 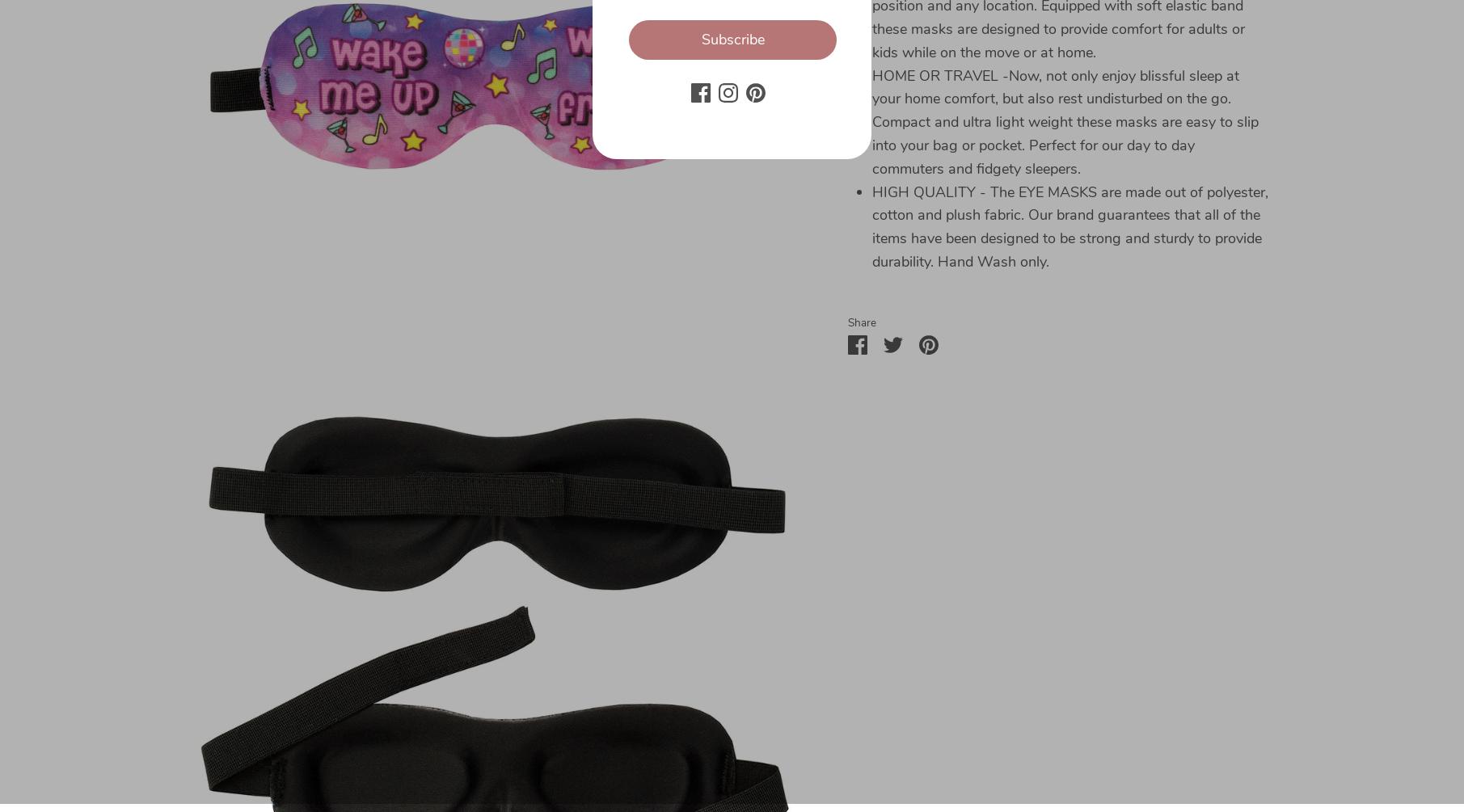 I want to click on 'Returns', so click(x=548, y=606).